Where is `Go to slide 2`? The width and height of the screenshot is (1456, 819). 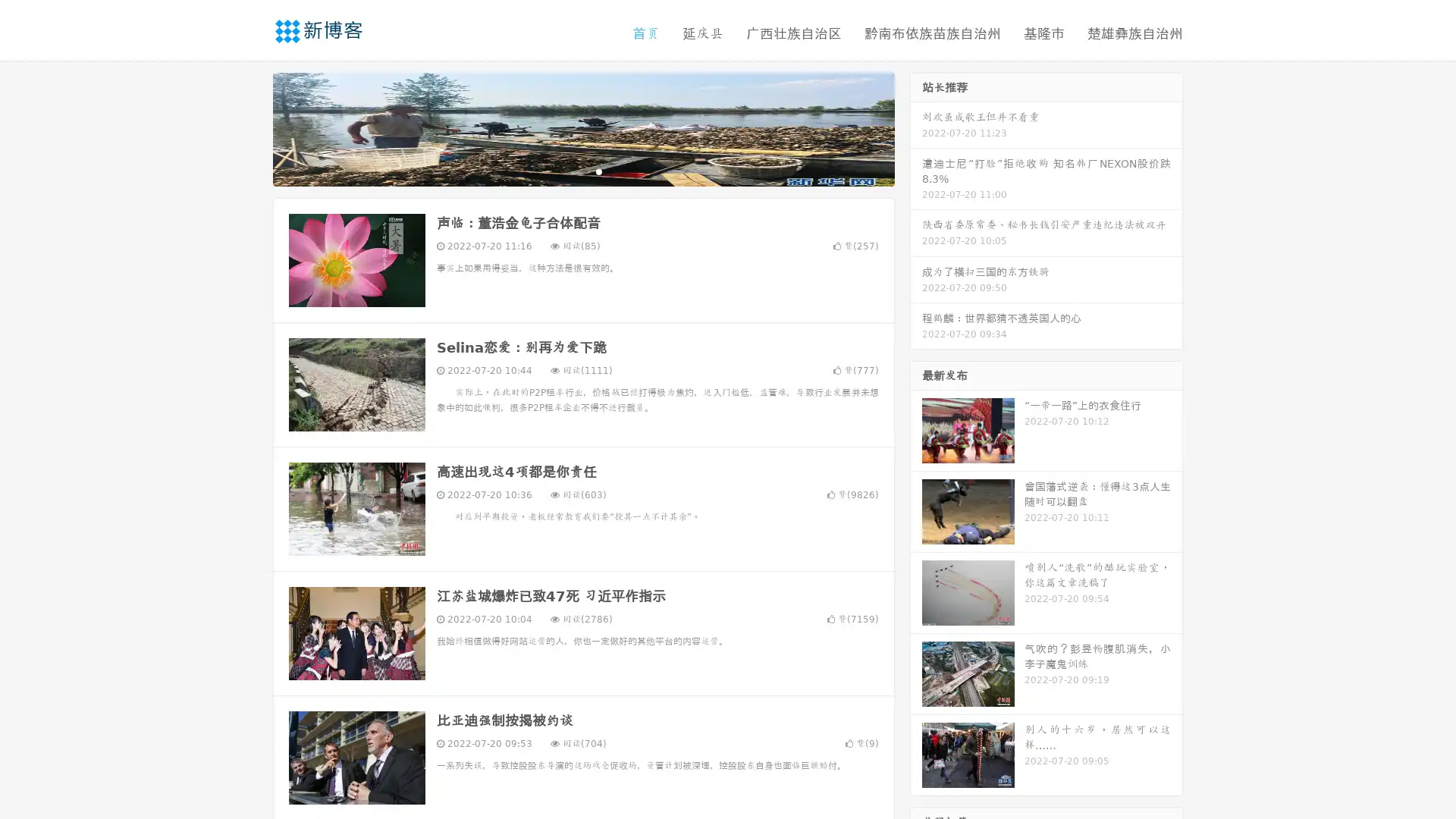
Go to slide 2 is located at coordinates (582, 171).